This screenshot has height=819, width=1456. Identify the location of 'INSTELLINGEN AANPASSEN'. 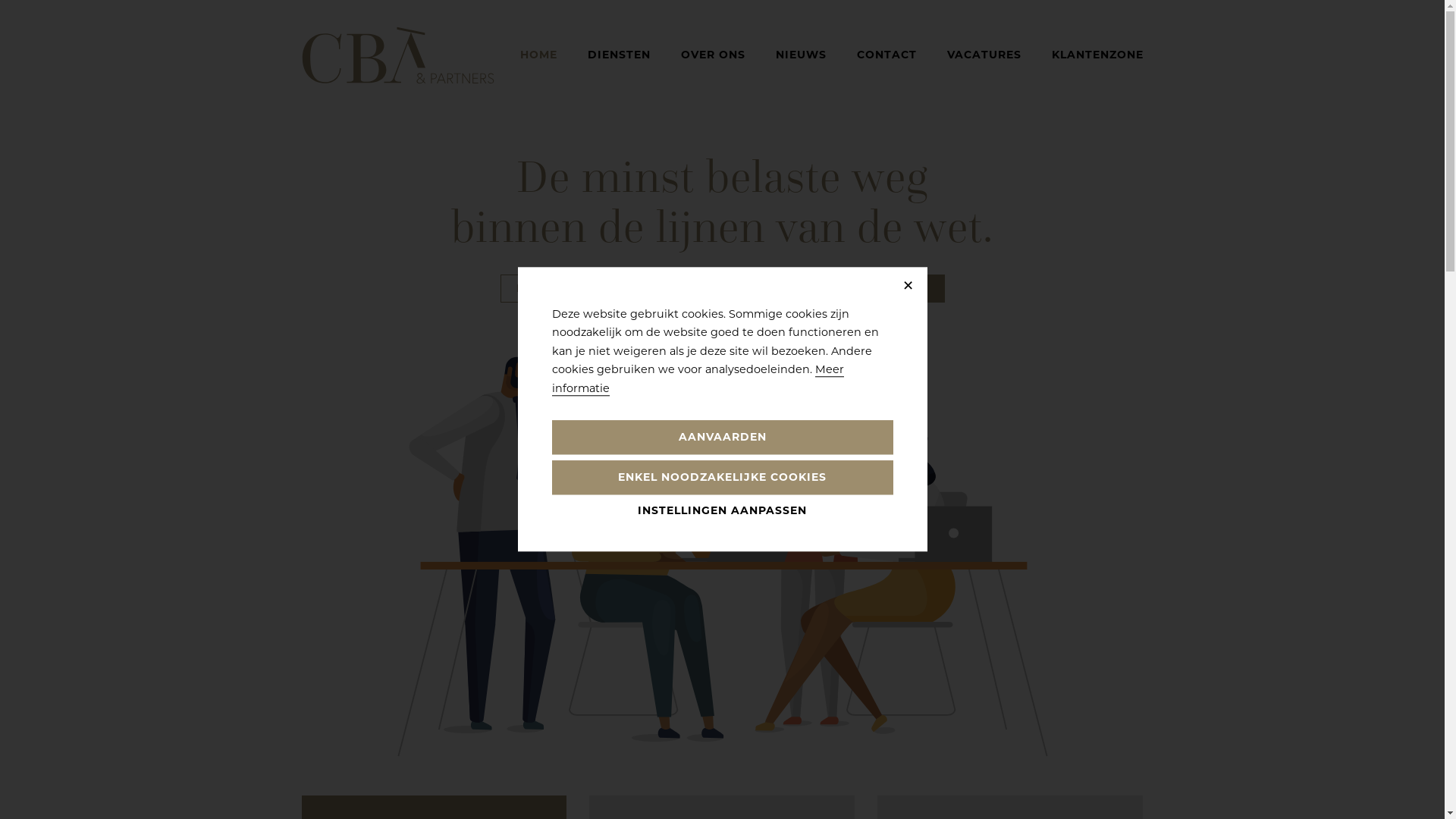
(722, 511).